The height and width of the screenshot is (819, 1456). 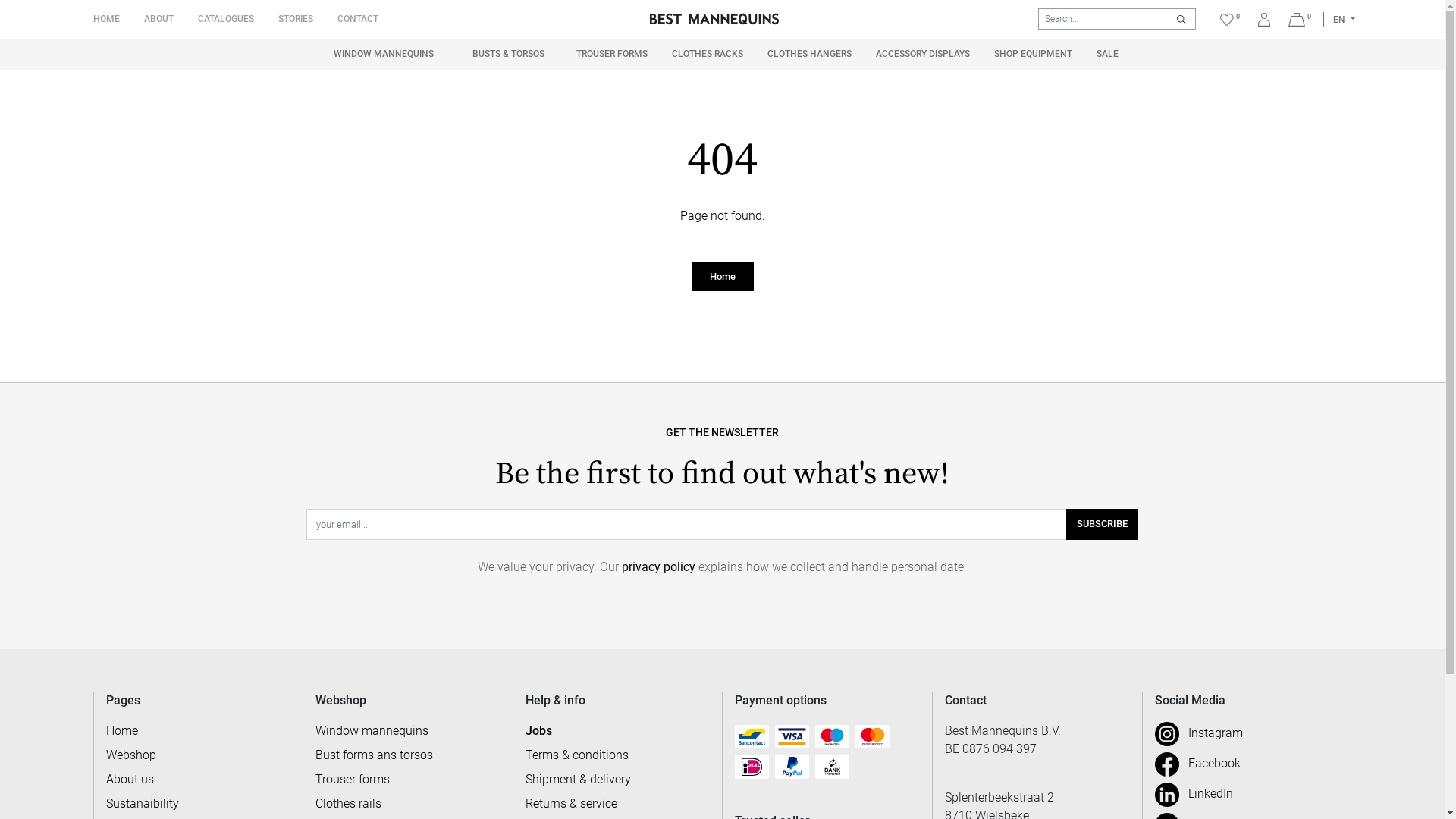 What do you see at coordinates (1214, 18) in the screenshot?
I see `'0'` at bounding box center [1214, 18].